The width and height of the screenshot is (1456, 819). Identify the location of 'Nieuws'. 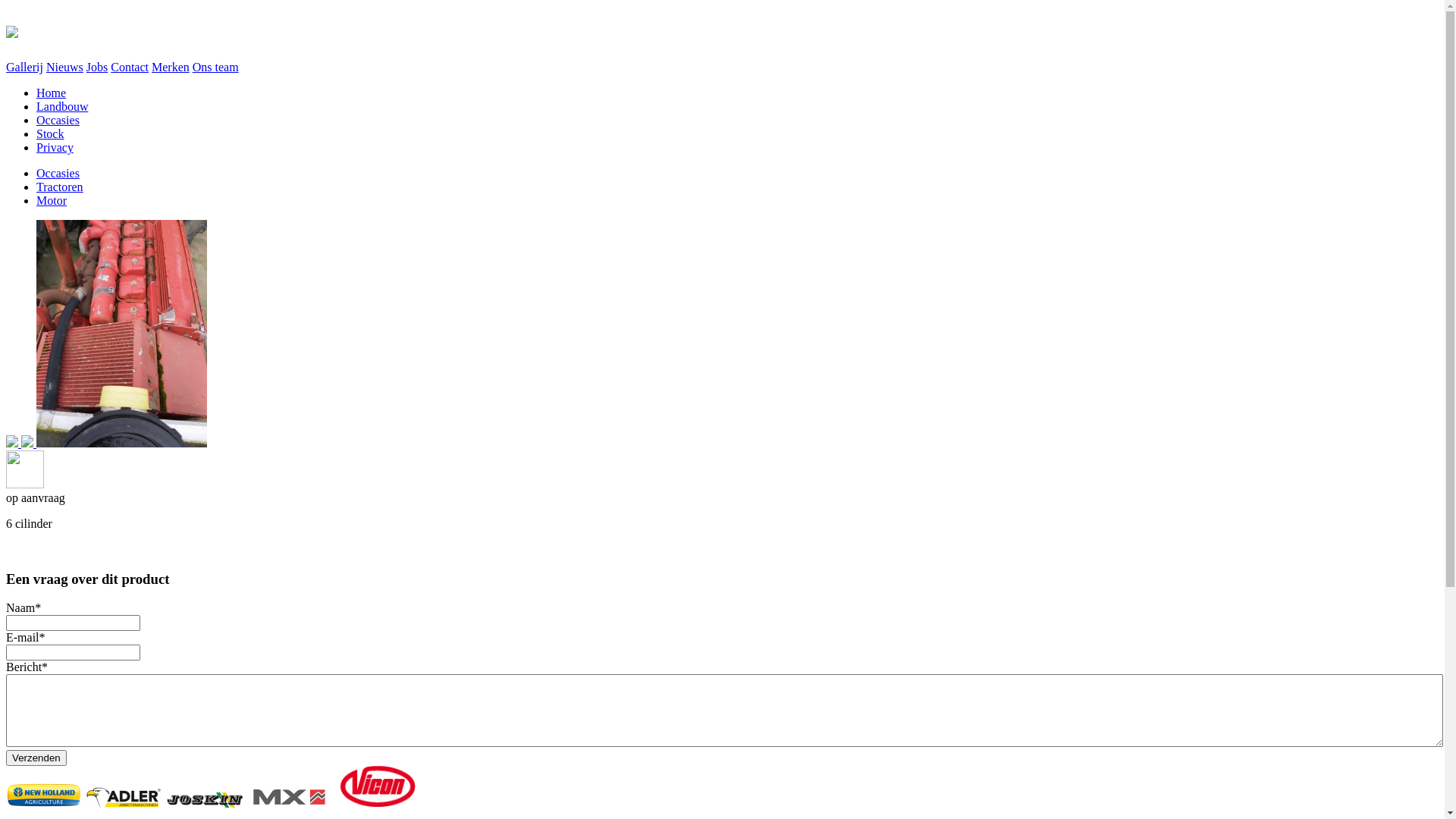
(64, 66).